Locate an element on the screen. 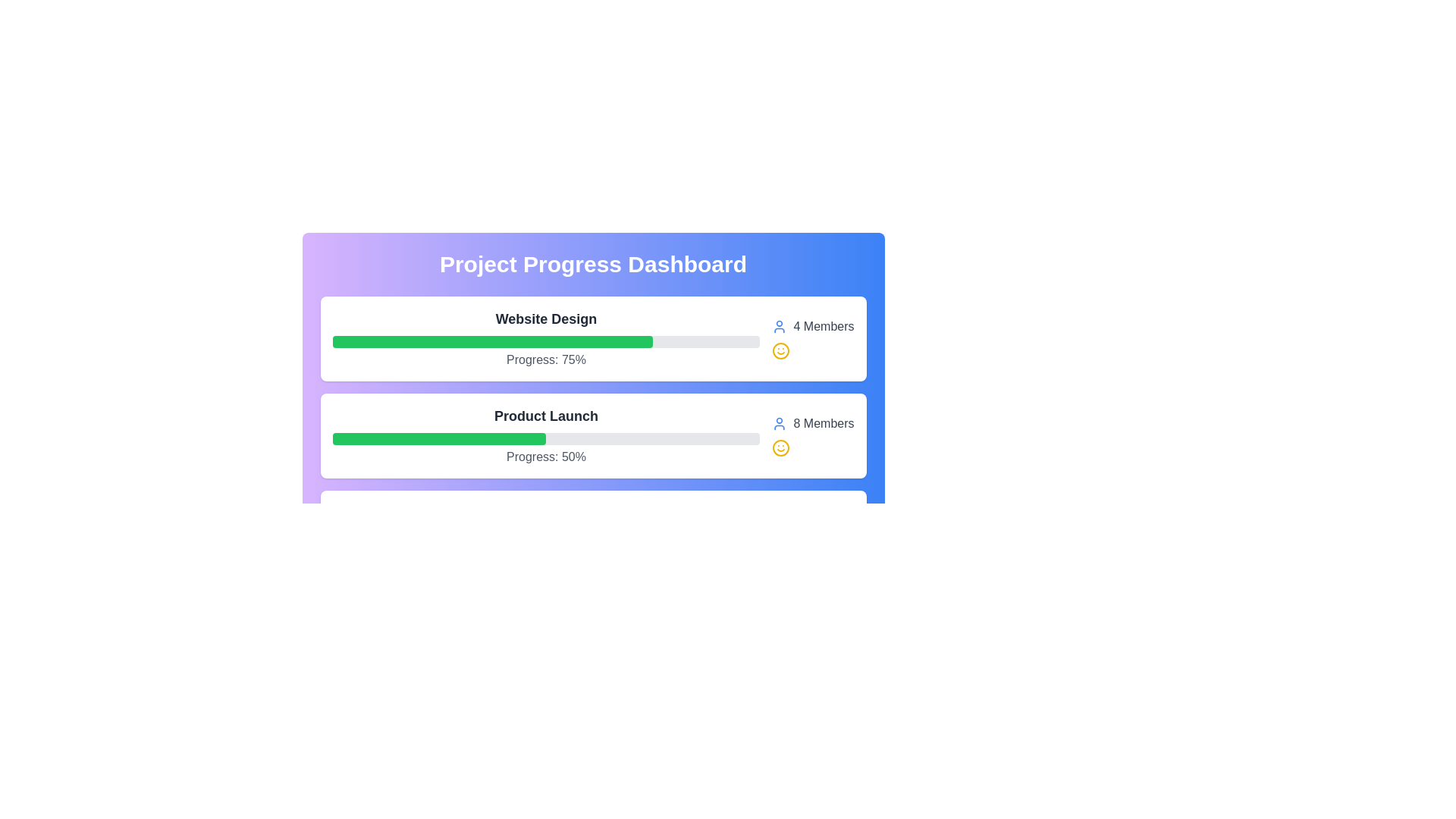 The image size is (1456, 819). the text label indicating 'Website Design' in the first progress section of the dashboard, which is located above the progress bar and the 'Progress: 75%' label is located at coordinates (546, 318).